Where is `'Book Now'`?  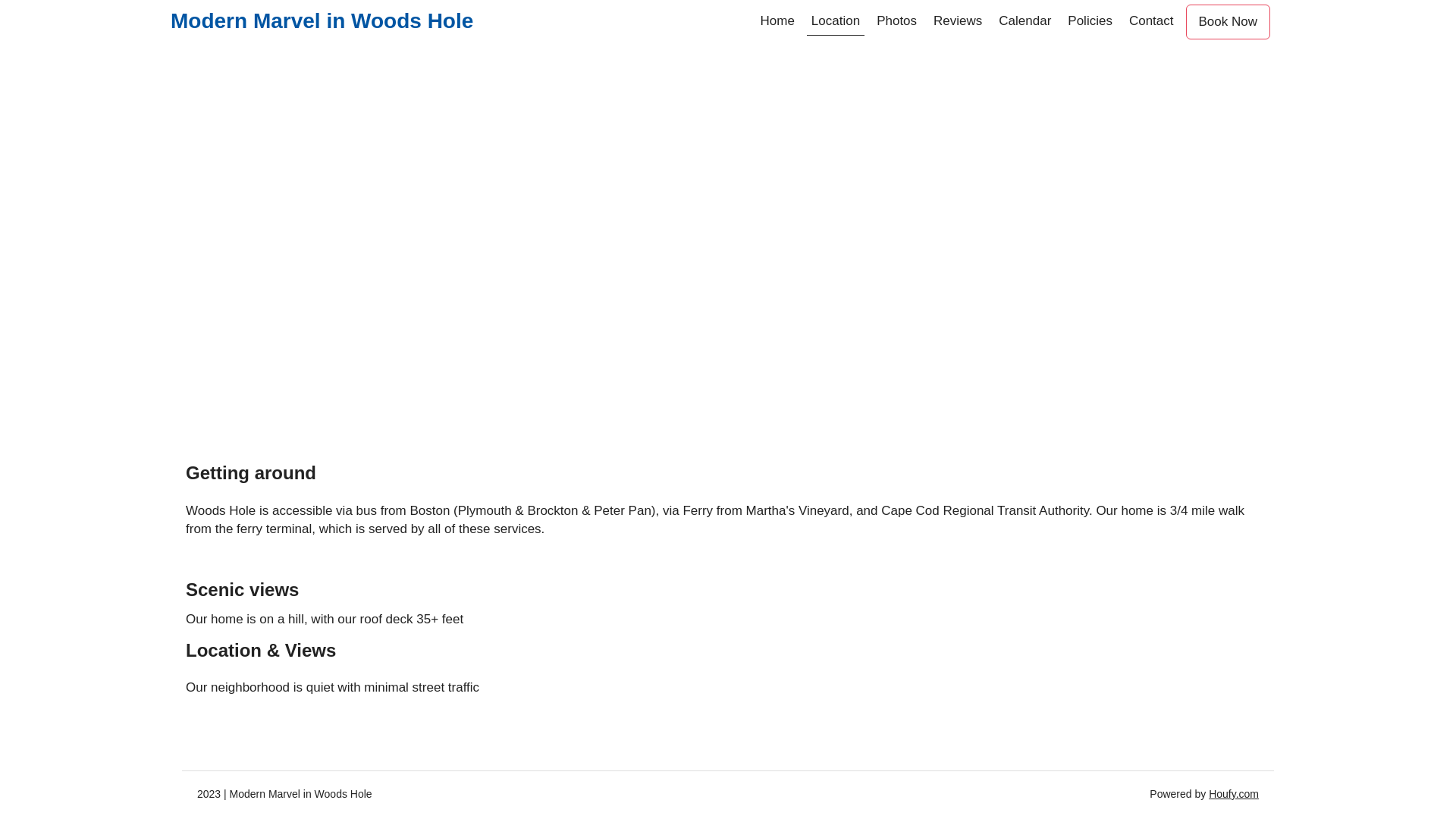 'Book Now' is located at coordinates (1228, 22).